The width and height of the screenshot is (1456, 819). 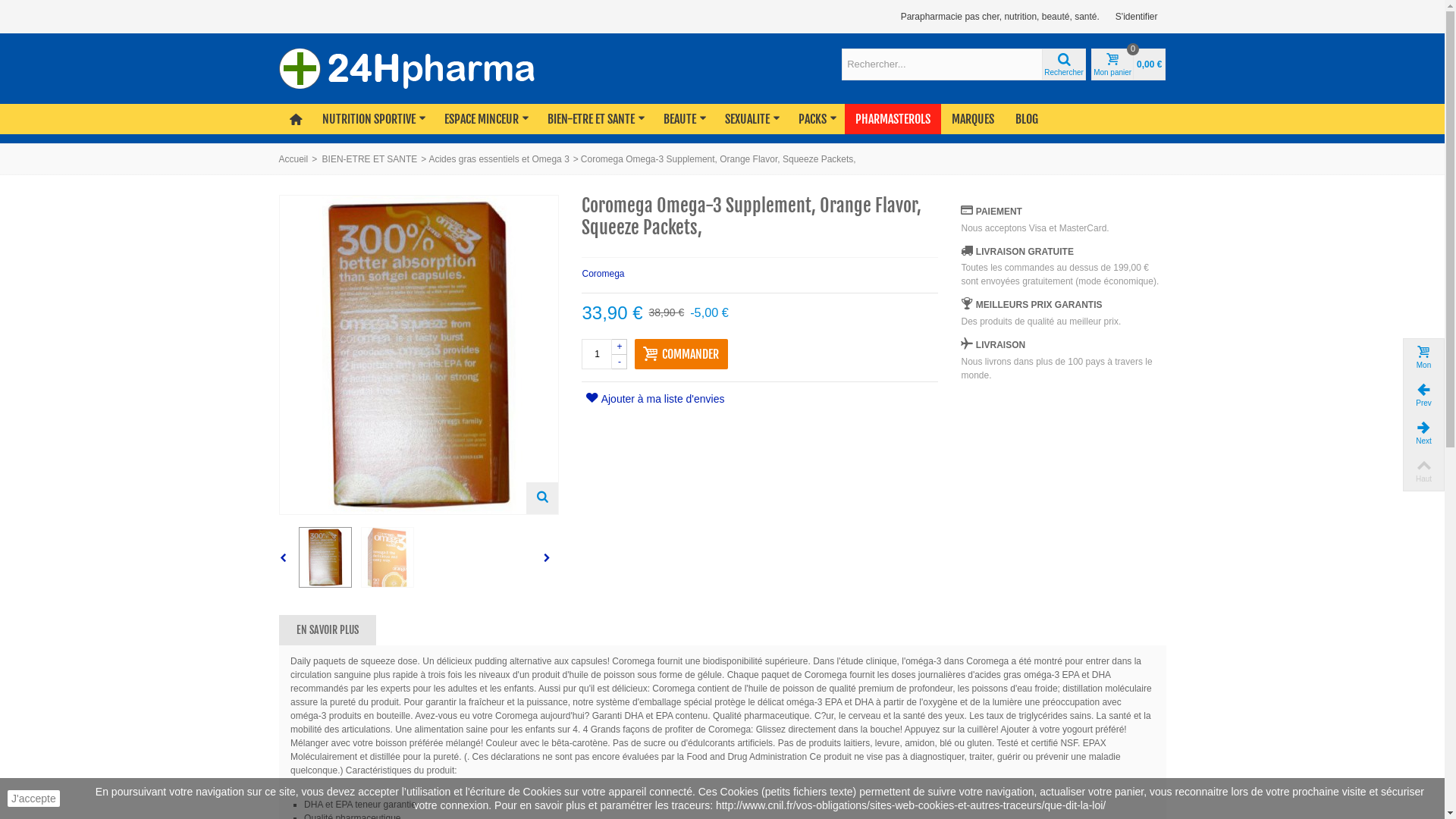 I want to click on 'ESPACE MINCEUR', so click(x=484, y=118).